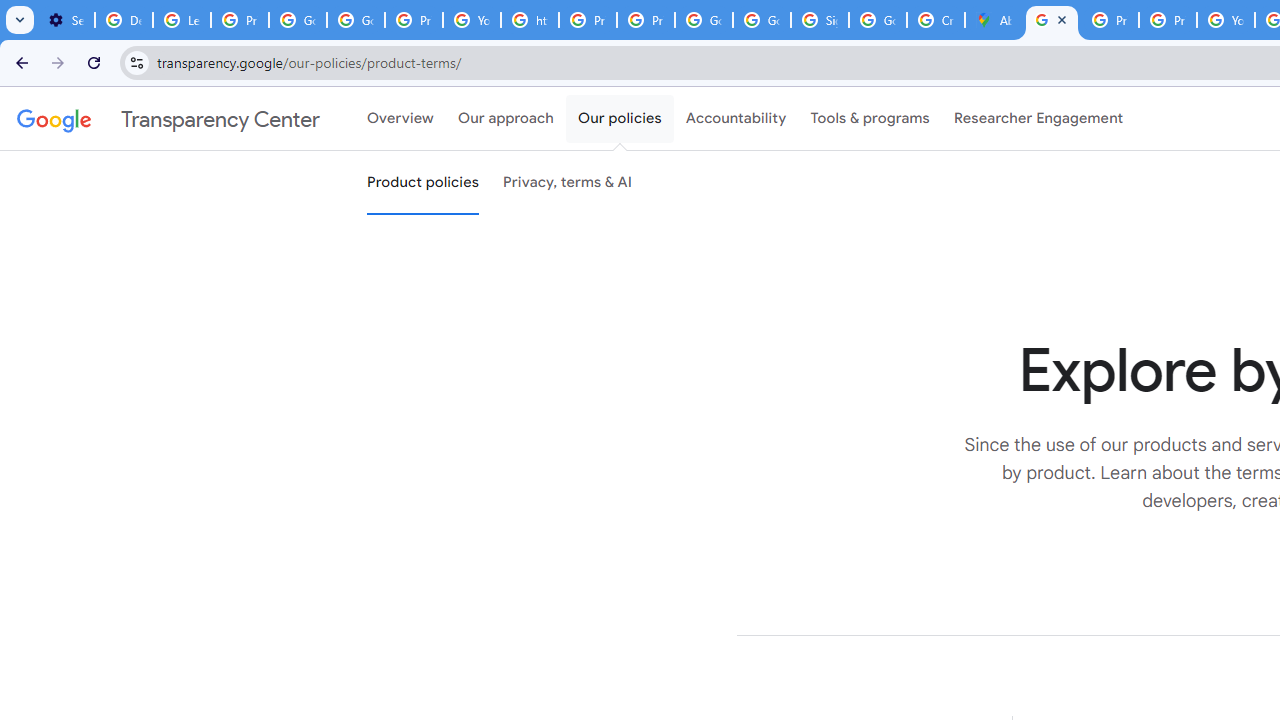  Describe the element at coordinates (1038, 119) in the screenshot. I see `'Researcher Engagement'` at that location.